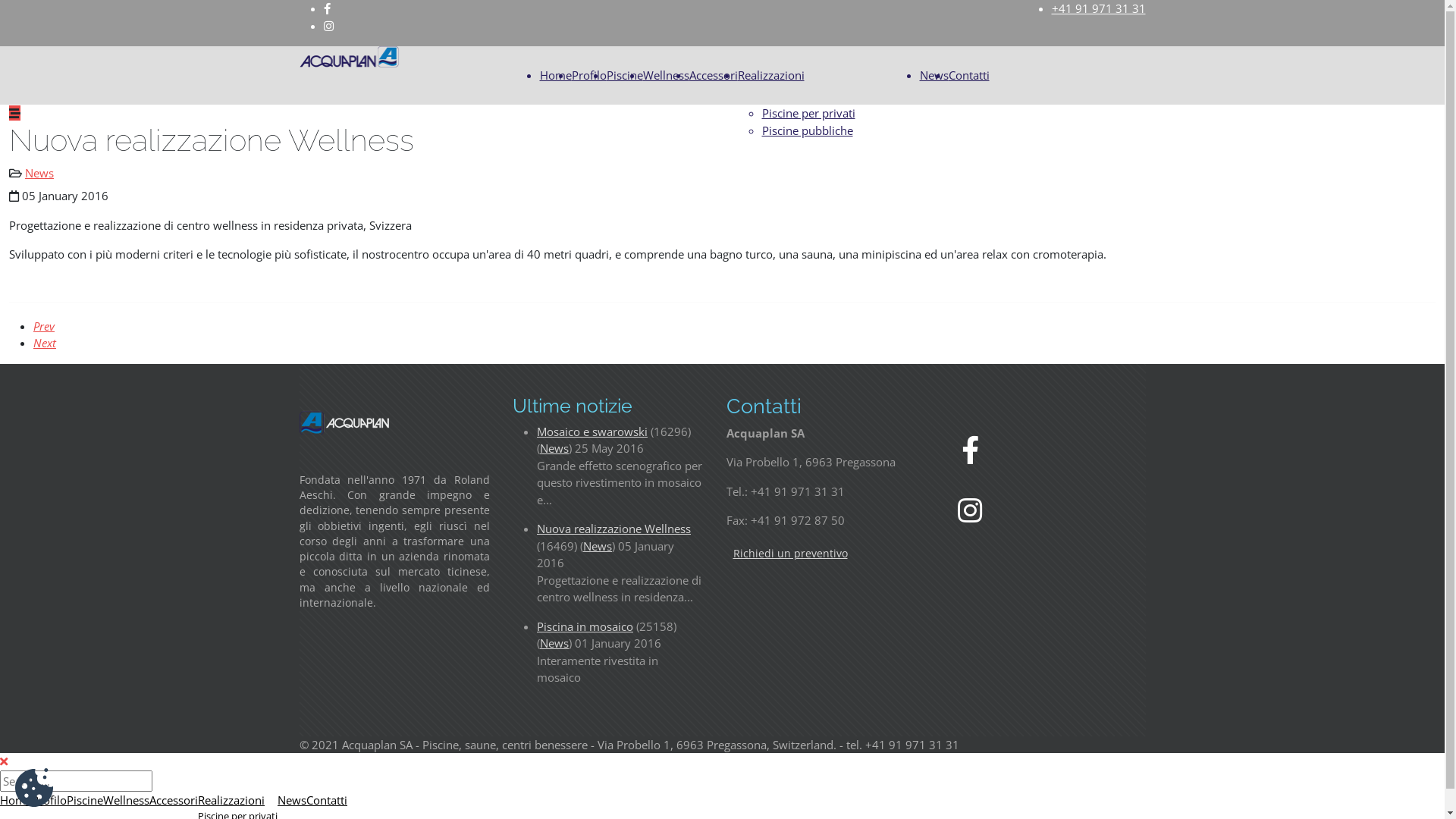  What do you see at coordinates (39, 171) in the screenshot?
I see `'News'` at bounding box center [39, 171].